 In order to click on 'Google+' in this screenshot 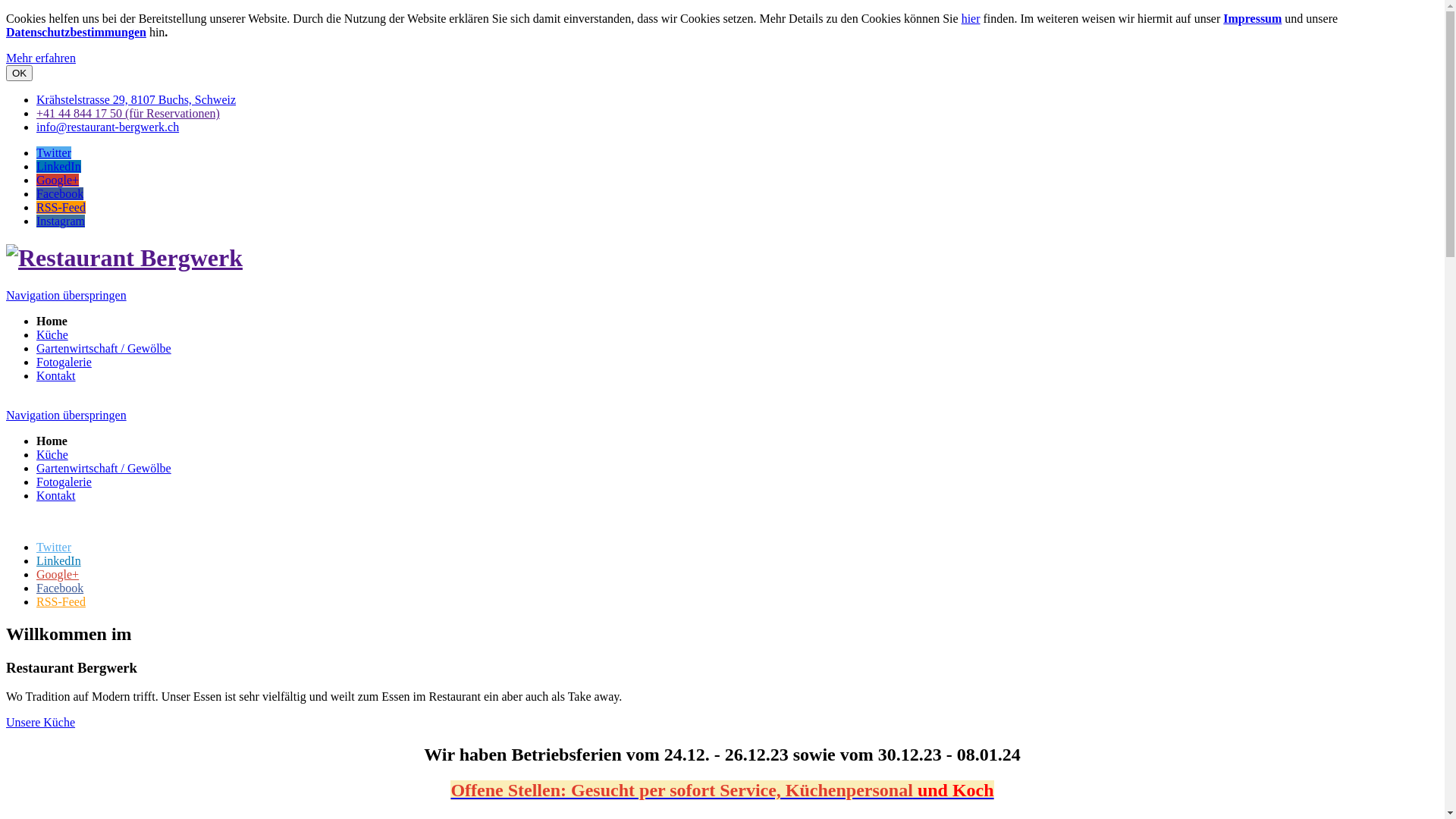, I will do `click(58, 179)`.